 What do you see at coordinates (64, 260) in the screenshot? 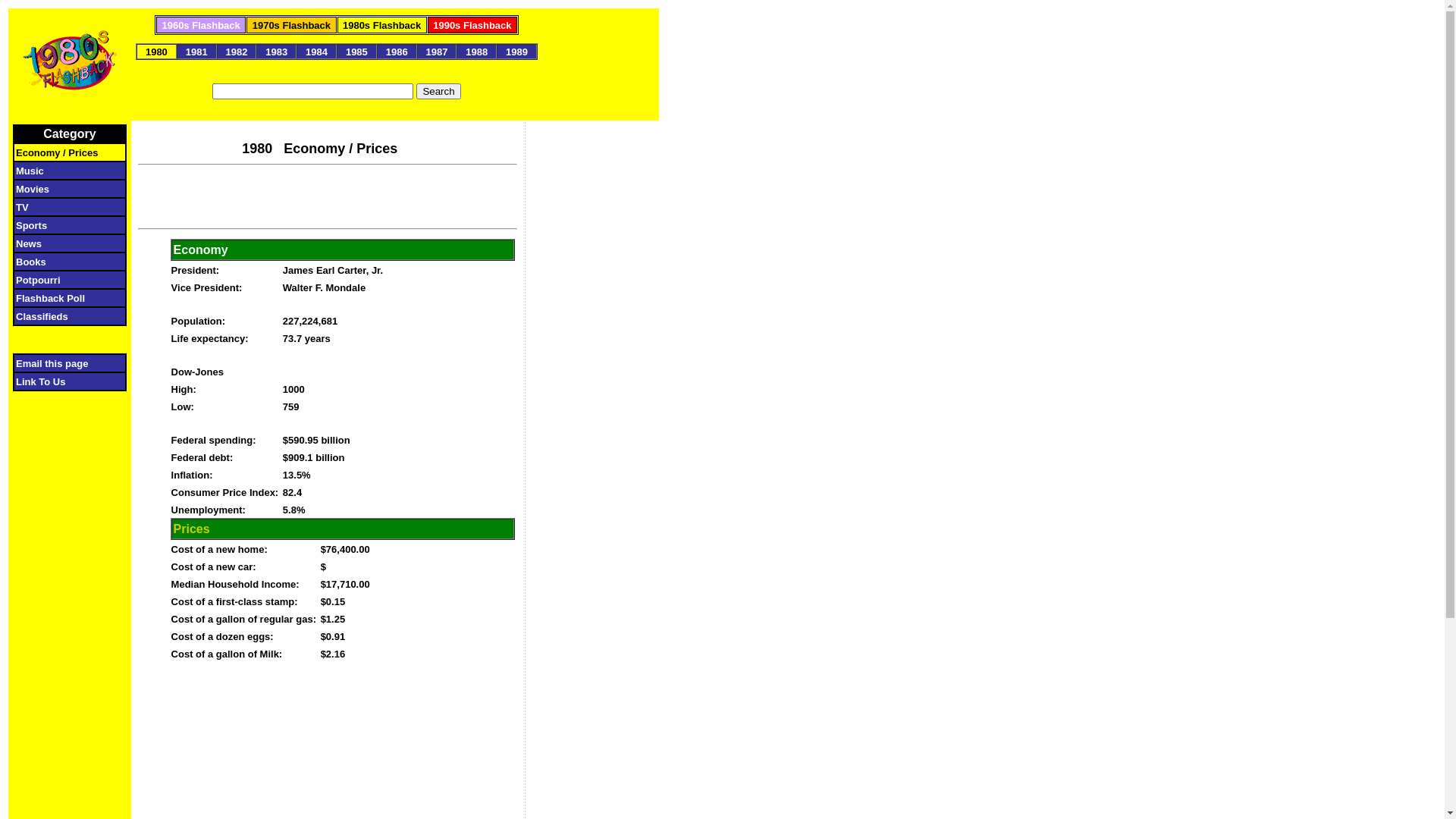
I see `'Books                         '` at bounding box center [64, 260].